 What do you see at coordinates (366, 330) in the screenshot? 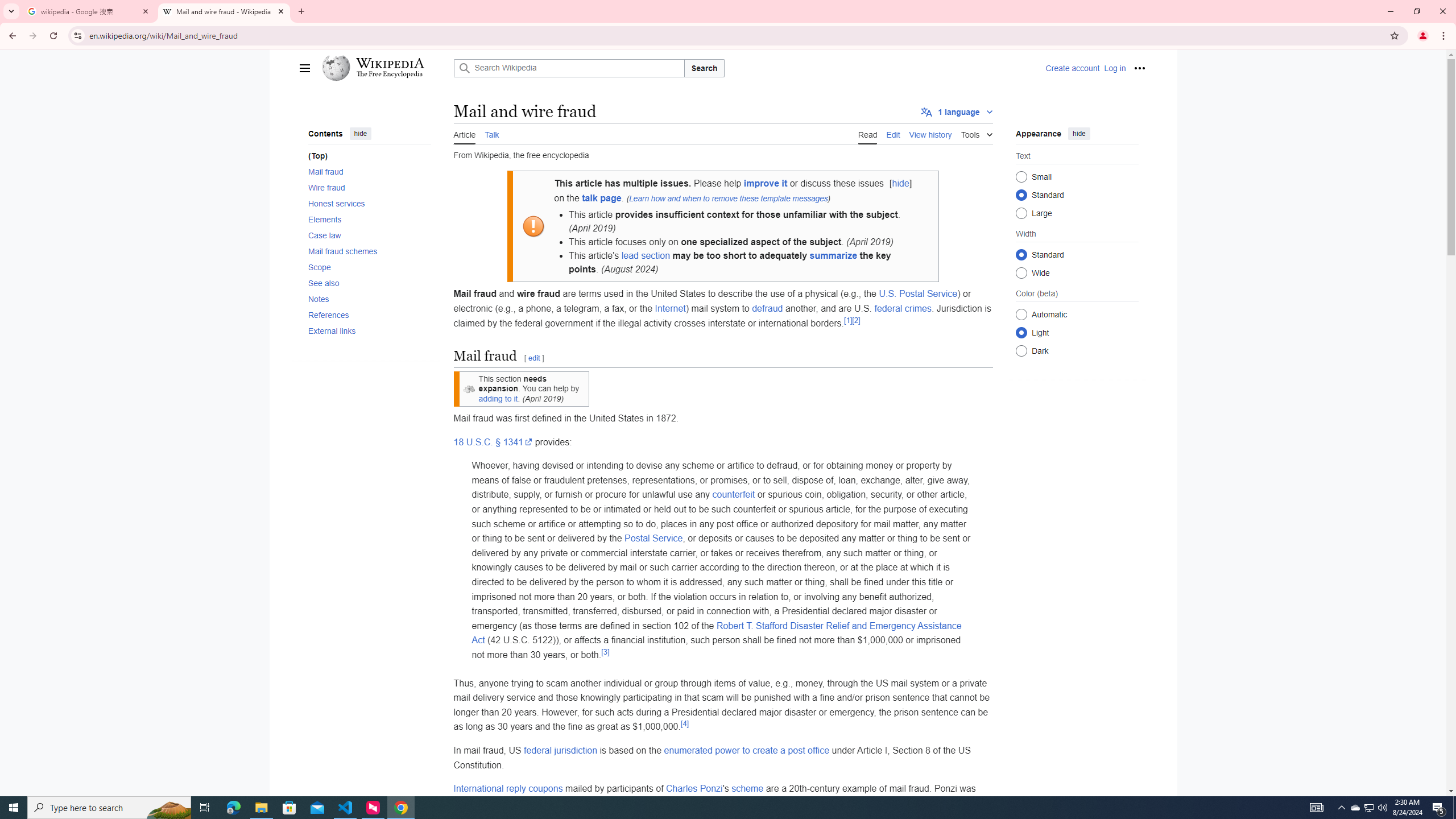
I see `'AutomationID: toc-External_links'` at bounding box center [366, 330].